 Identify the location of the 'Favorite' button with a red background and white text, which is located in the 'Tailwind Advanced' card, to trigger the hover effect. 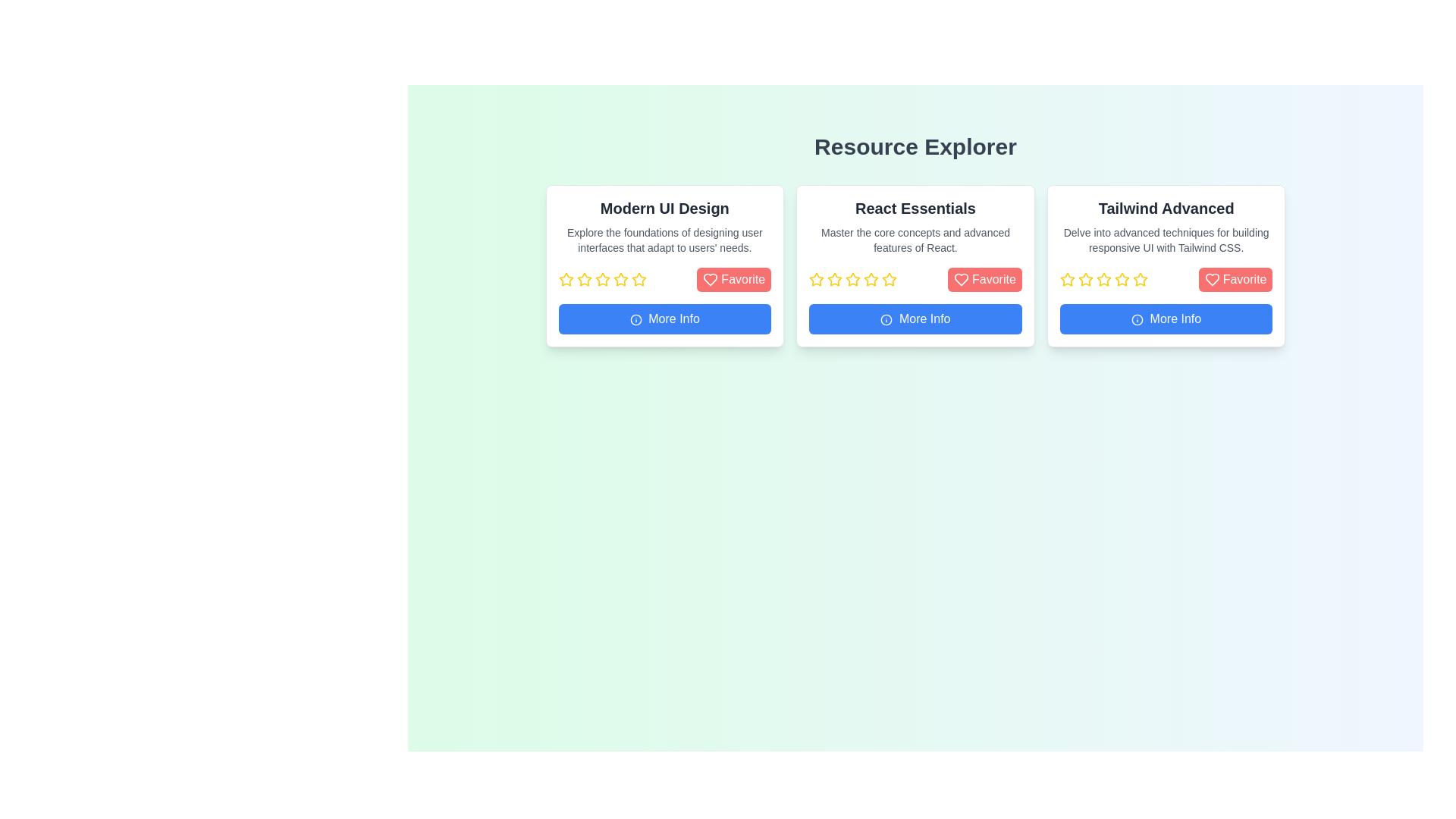
(1235, 280).